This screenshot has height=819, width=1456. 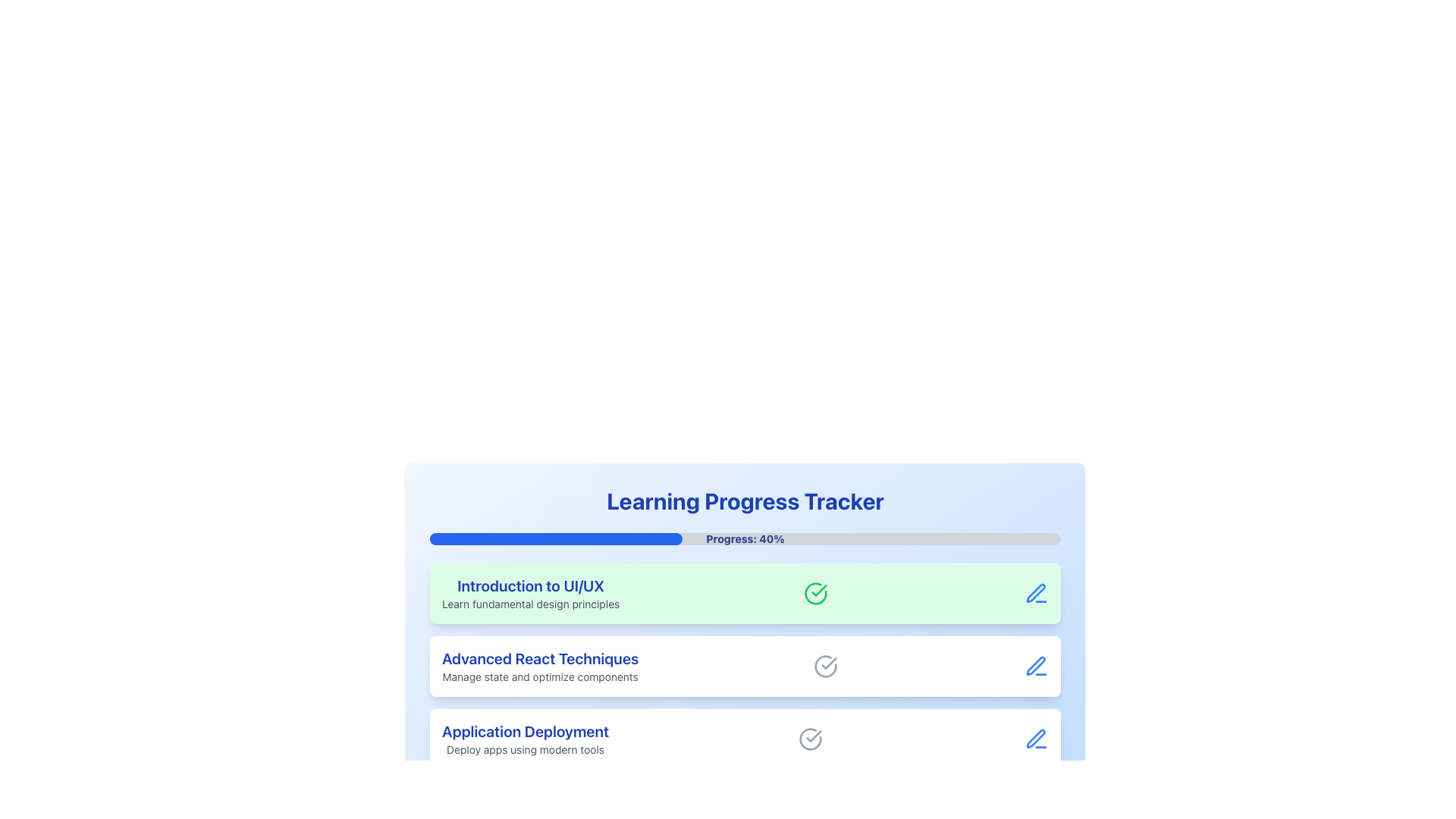 What do you see at coordinates (1036, 739) in the screenshot?
I see `the pen icon at the bottom-right corner of the 'Application Deployment' section in the Learning Progress Tracker to change its color for visual feedback` at bounding box center [1036, 739].